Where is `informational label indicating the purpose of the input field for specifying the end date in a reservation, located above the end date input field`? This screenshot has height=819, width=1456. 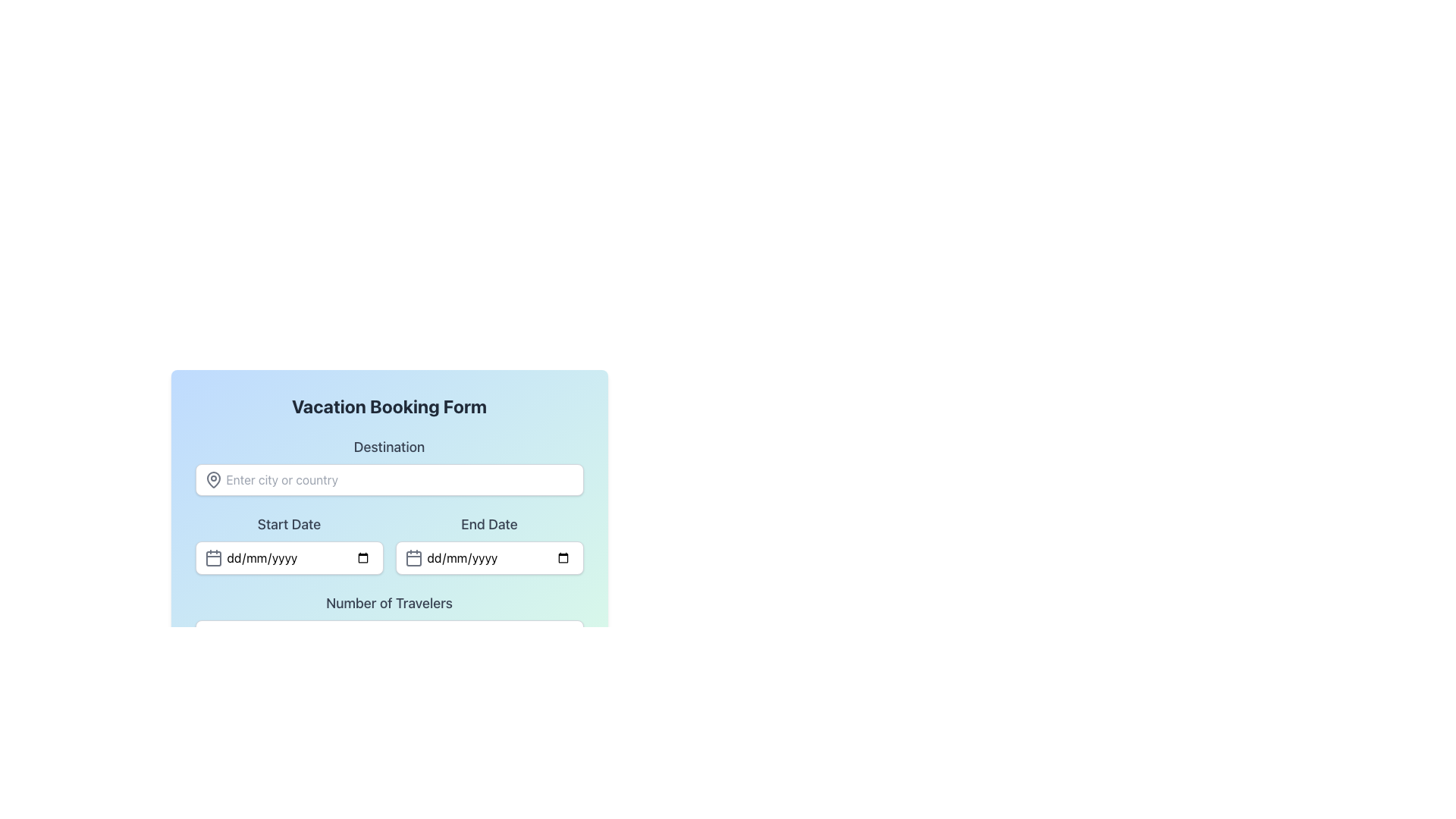
informational label indicating the purpose of the input field for specifying the end date in a reservation, located above the end date input field is located at coordinates (489, 523).